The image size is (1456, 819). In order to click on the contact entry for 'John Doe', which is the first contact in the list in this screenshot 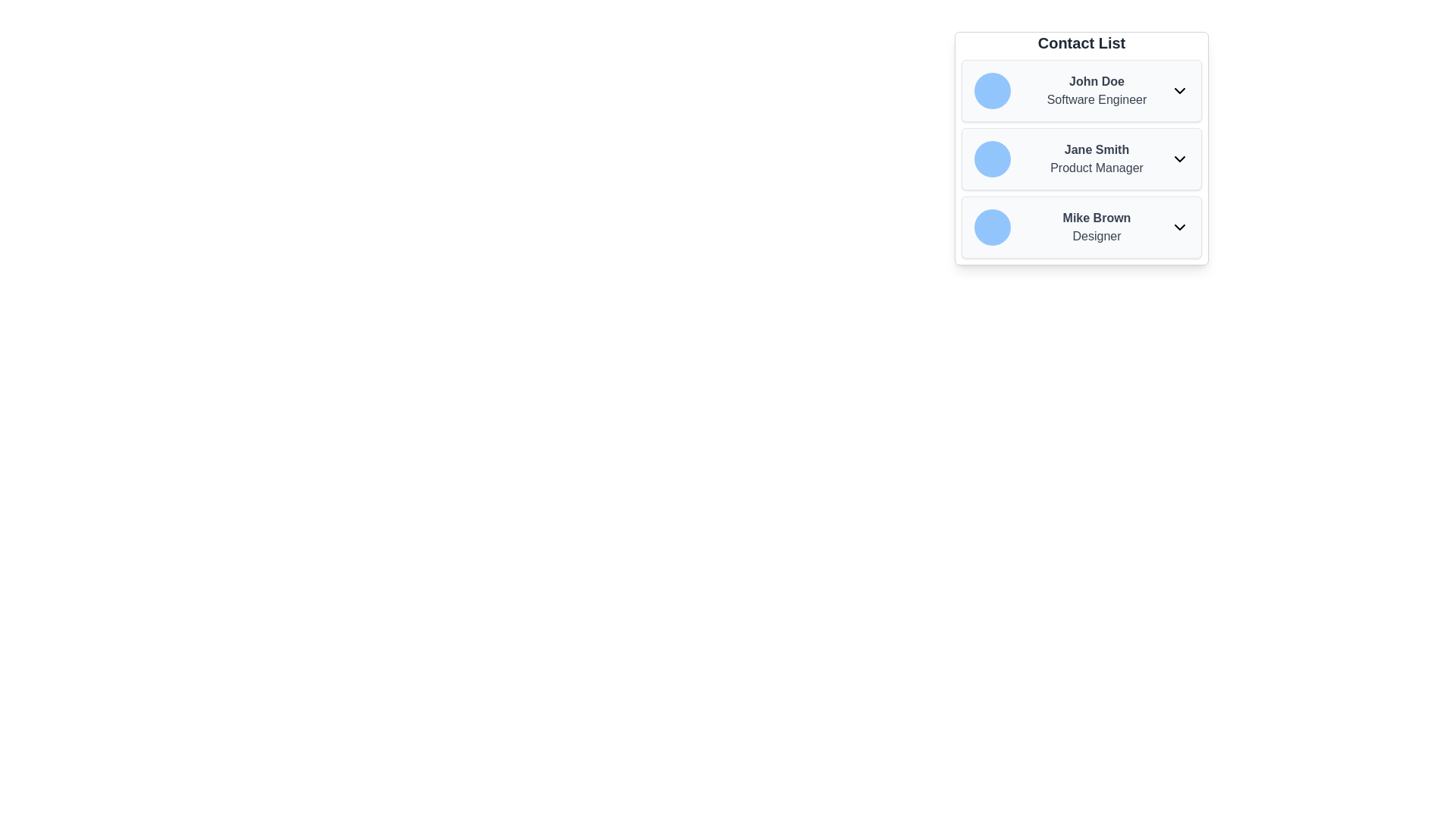, I will do `click(1081, 90)`.